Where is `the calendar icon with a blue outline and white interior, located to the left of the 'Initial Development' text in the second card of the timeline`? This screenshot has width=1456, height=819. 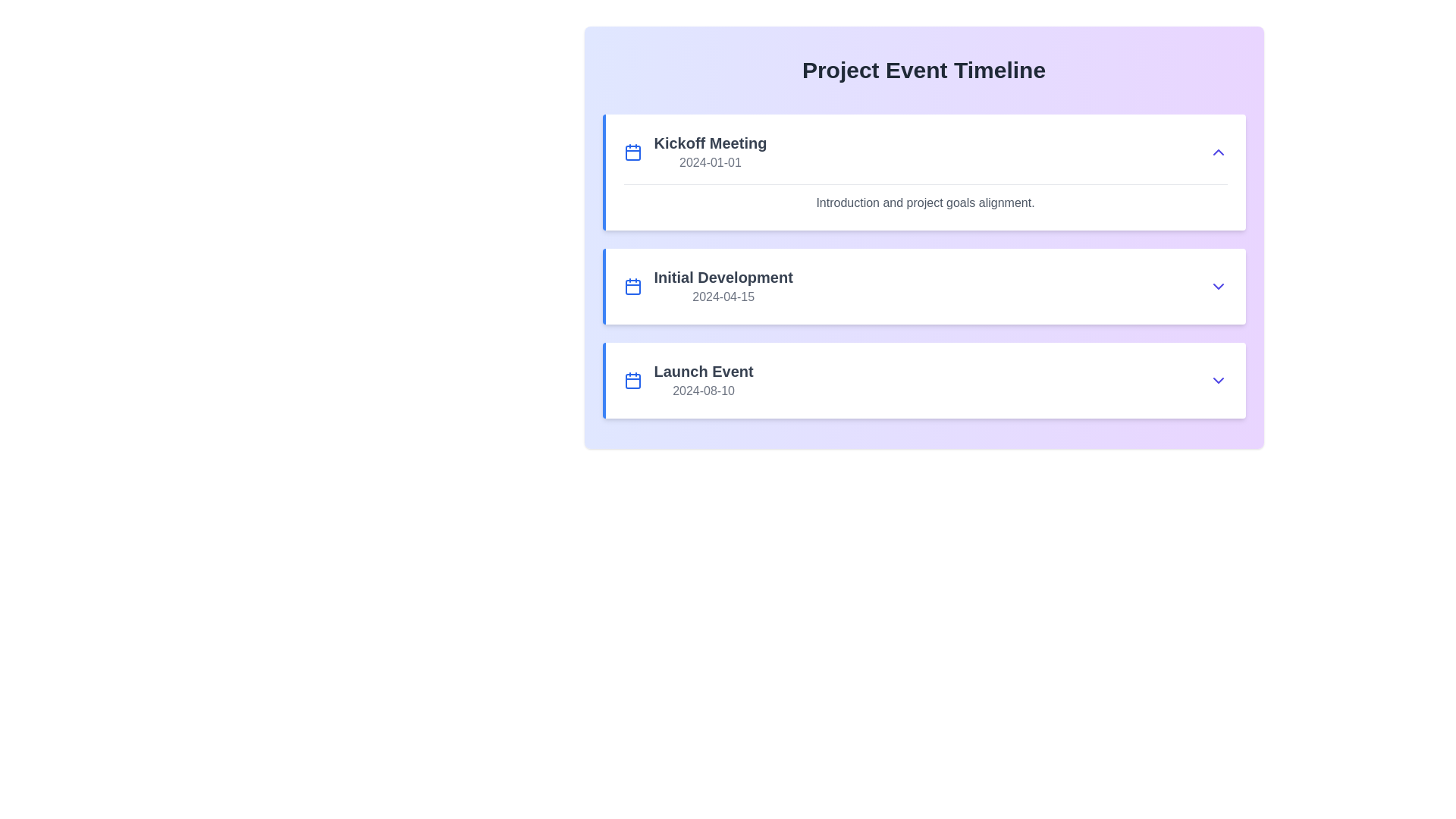 the calendar icon with a blue outline and white interior, located to the left of the 'Initial Development' text in the second card of the timeline is located at coordinates (632, 287).